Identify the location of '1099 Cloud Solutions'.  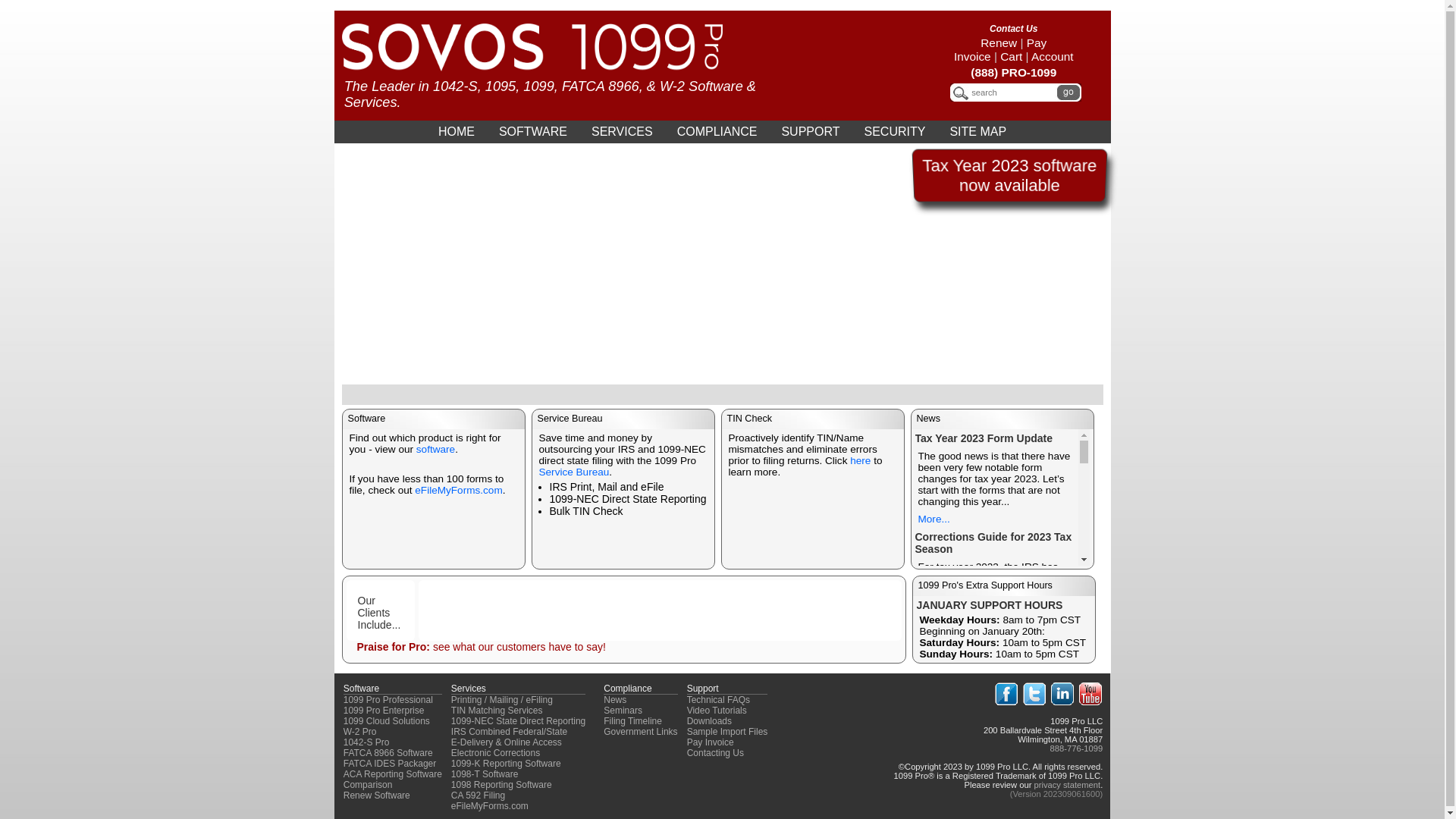
(386, 720).